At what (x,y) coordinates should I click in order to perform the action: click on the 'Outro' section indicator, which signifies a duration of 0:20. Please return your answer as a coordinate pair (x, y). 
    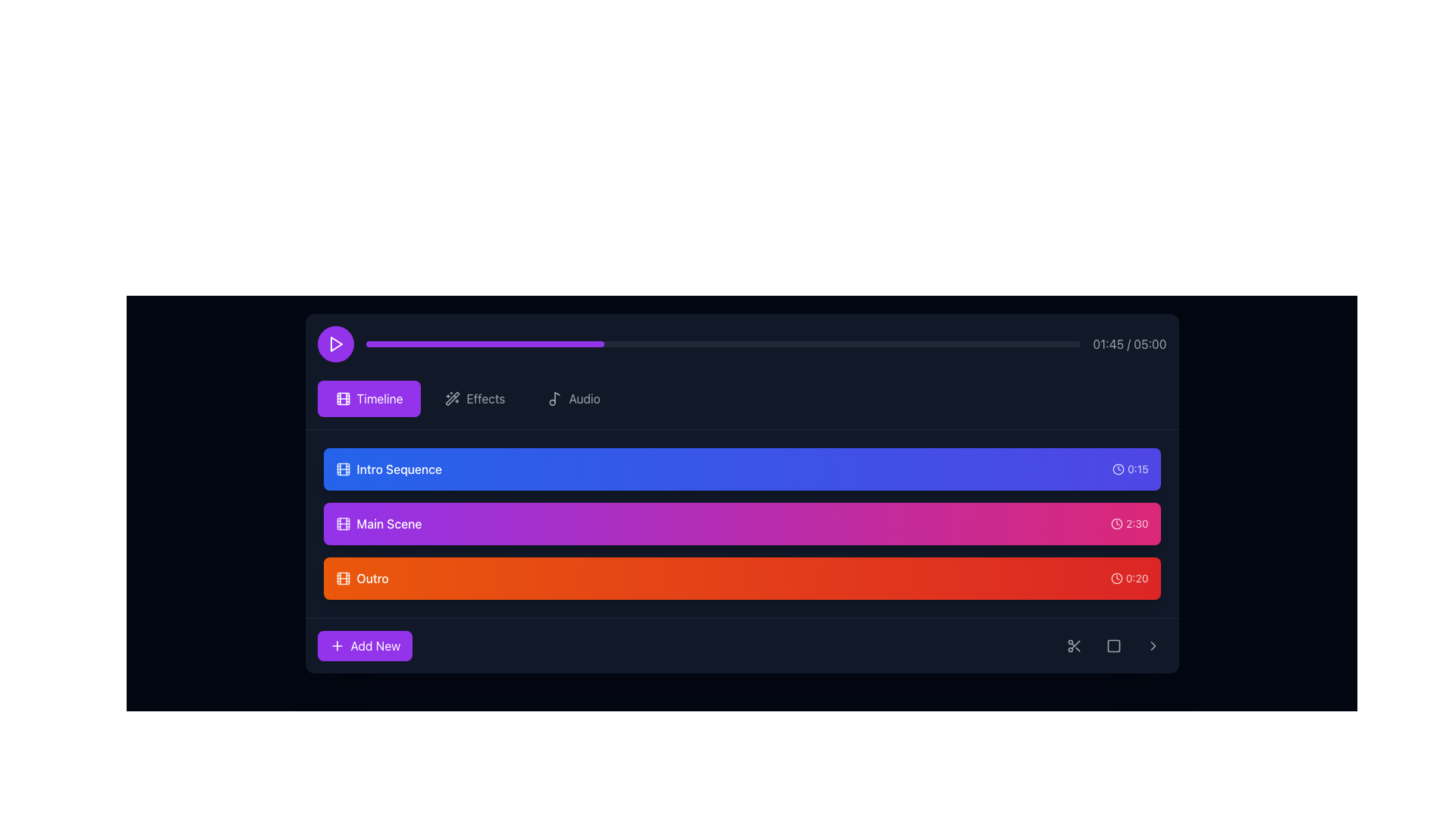
    Looking at the image, I should click on (742, 579).